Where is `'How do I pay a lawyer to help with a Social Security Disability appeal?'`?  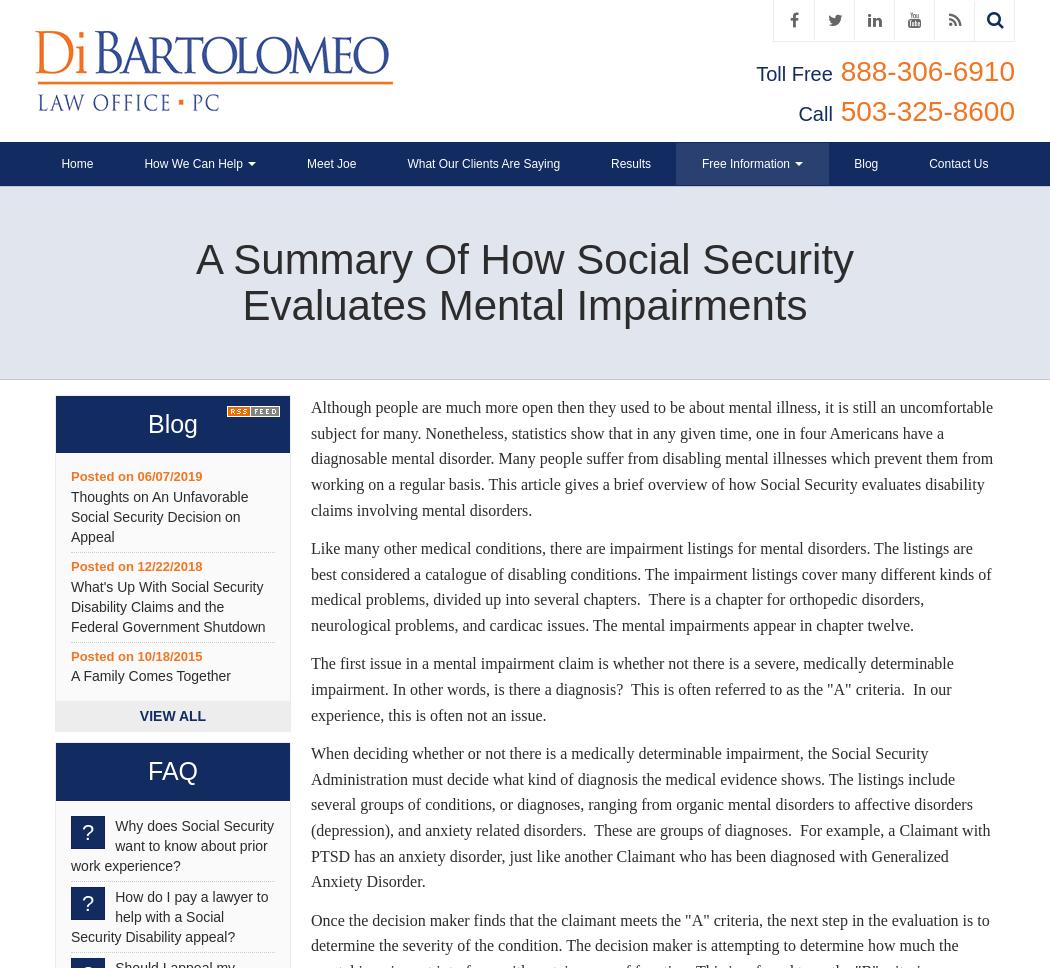 'How do I pay a lawyer to help with a Social Security Disability appeal?' is located at coordinates (169, 916).